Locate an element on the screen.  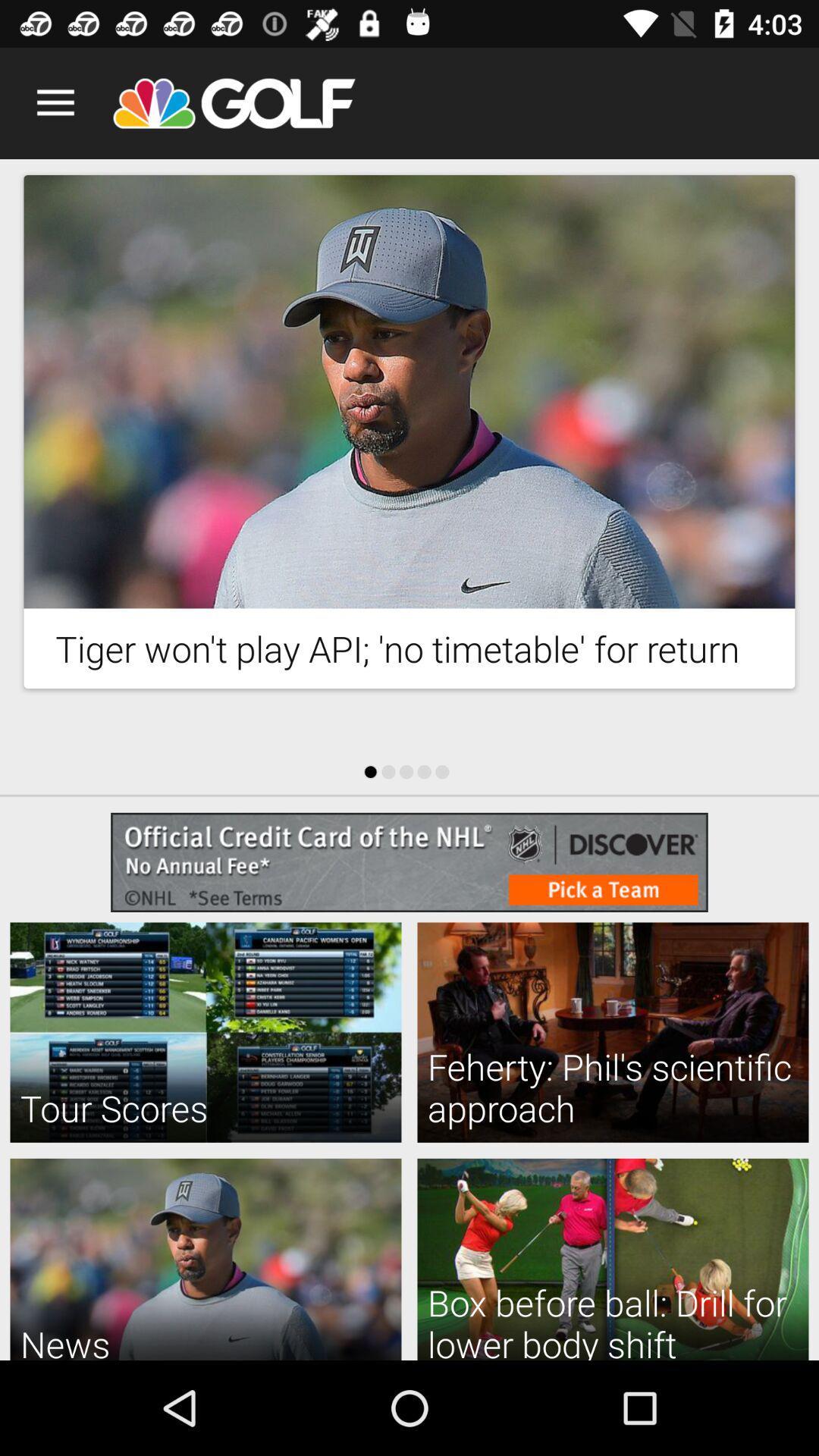
open advertisement is located at coordinates (409, 862).